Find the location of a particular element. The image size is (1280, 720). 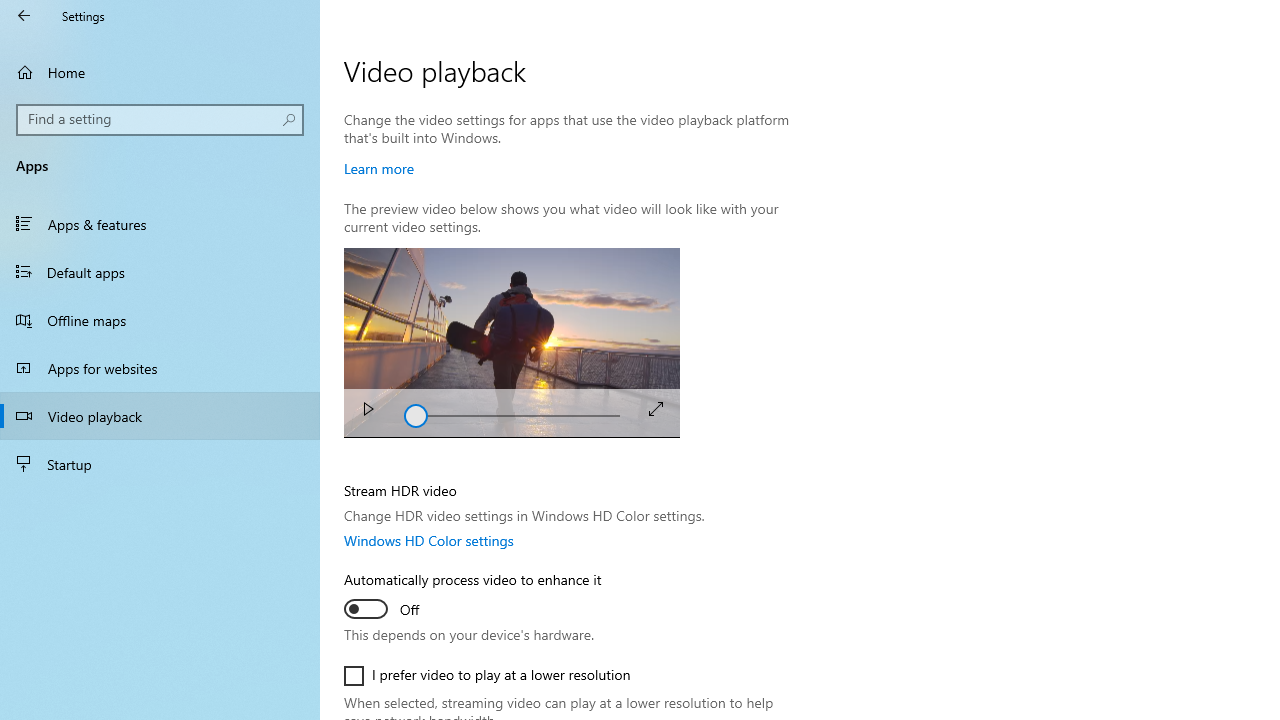

'Full Screen' is located at coordinates (656, 407).